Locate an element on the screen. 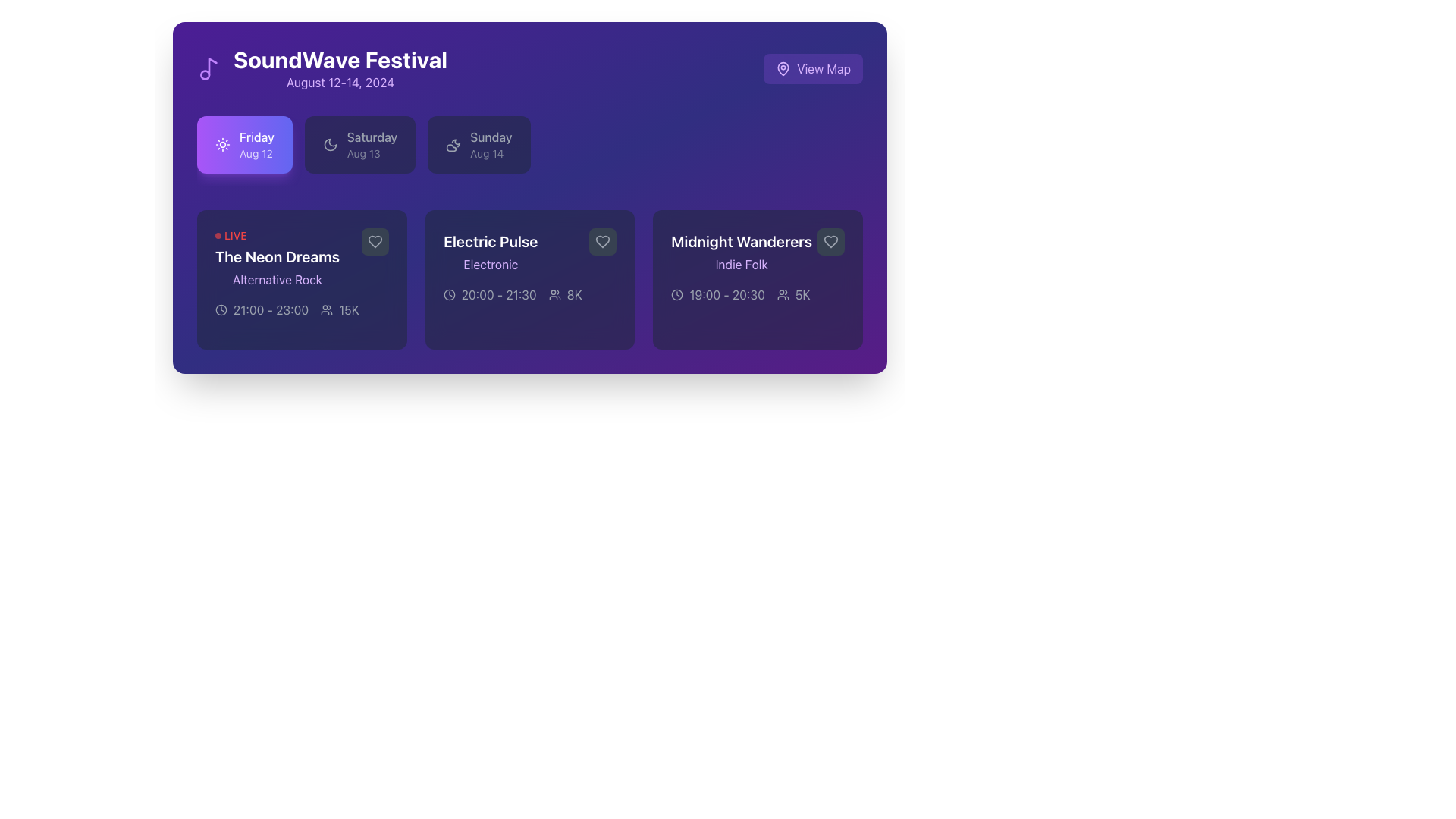 This screenshot has height=819, width=1456. the informational label indicating the time range for the event 'The Neon Dreams', which is located below the event title and description and to the left of the attendee count is located at coordinates (262, 309).